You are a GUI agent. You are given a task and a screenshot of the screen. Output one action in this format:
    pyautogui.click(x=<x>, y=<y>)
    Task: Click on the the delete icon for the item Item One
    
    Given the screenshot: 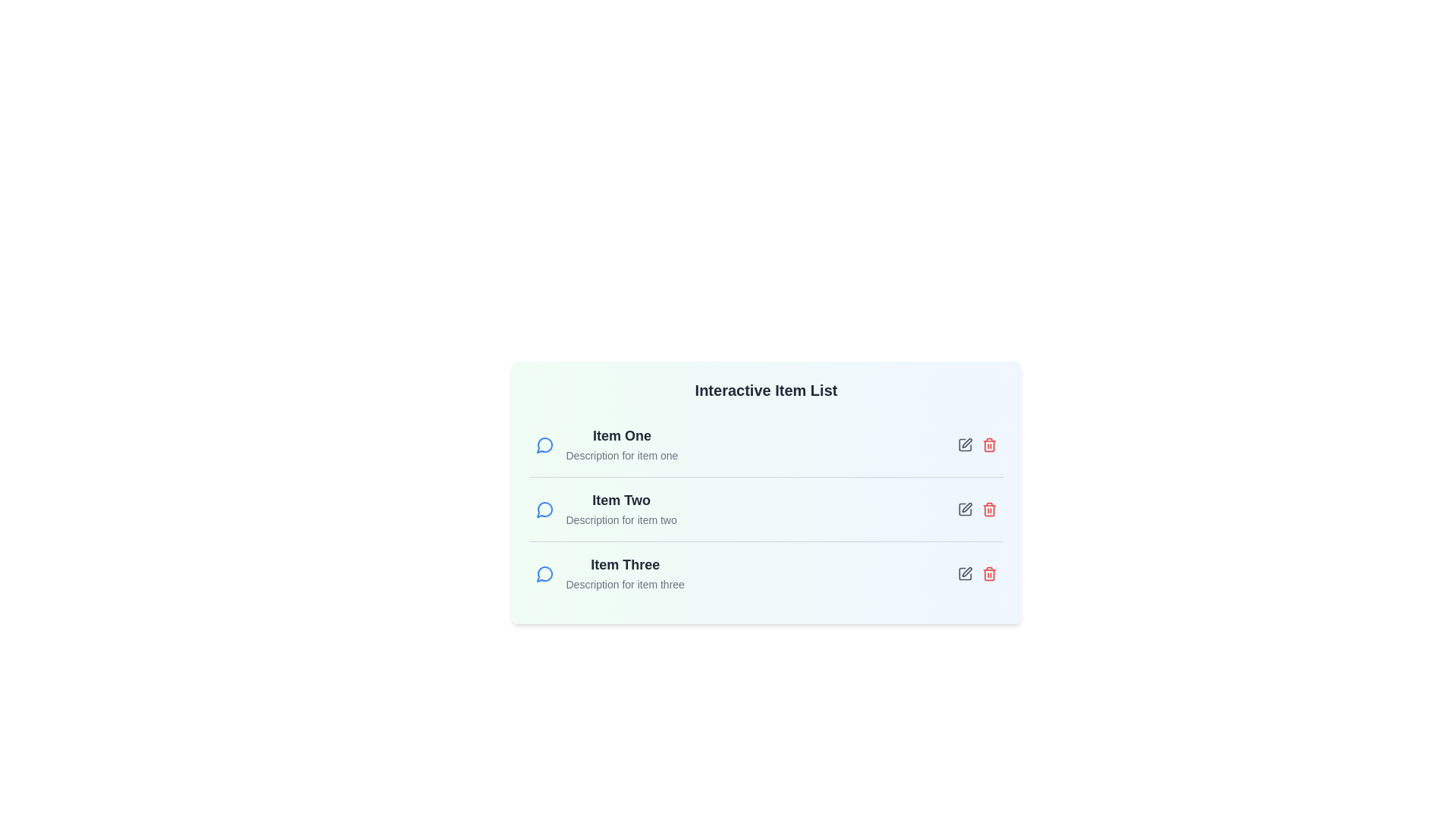 What is the action you would take?
    pyautogui.click(x=989, y=444)
    